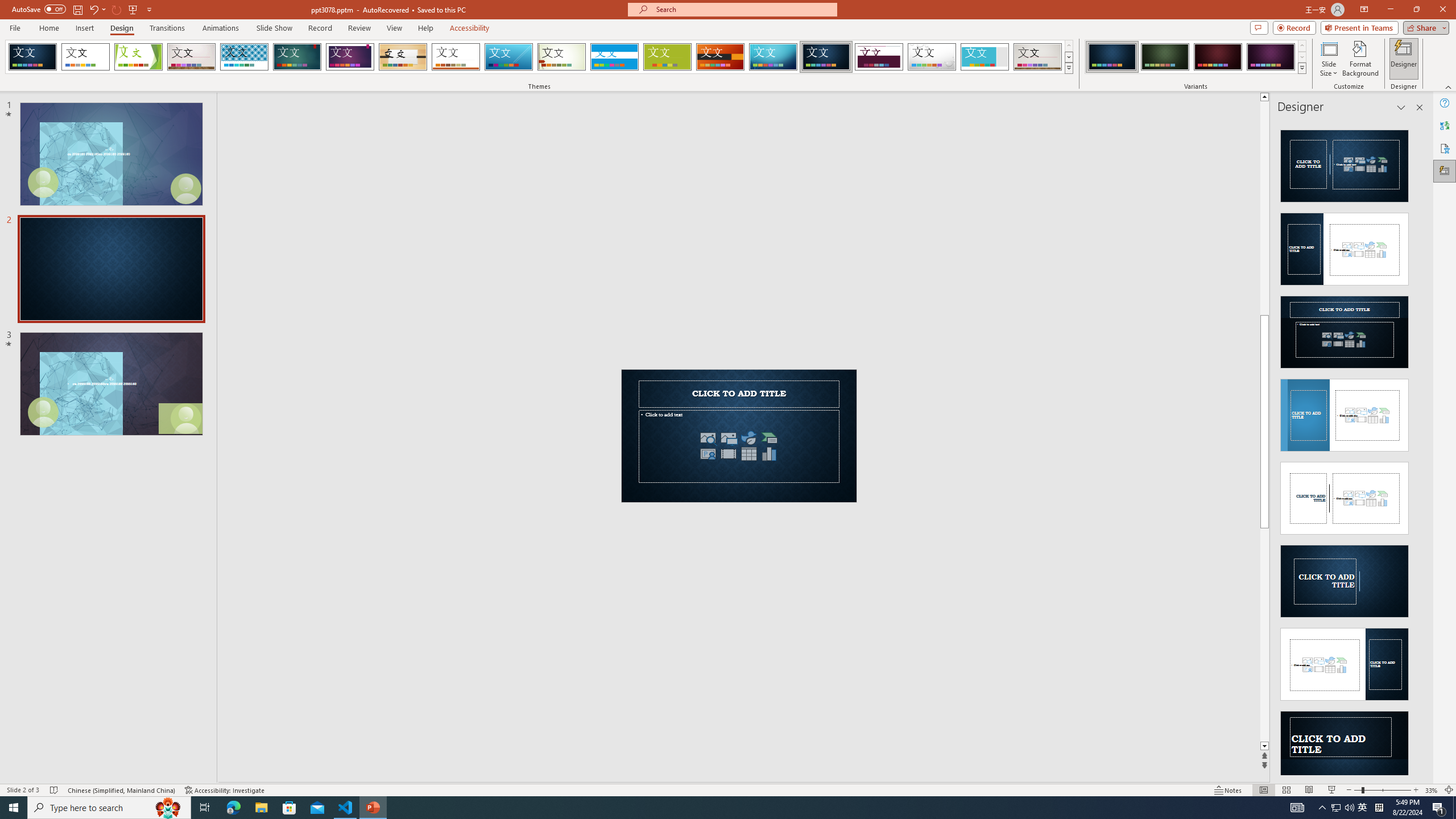 The image size is (1456, 819). What do you see at coordinates (244, 56) in the screenshot?
I see `'Integral'` at bounding box center [244, 56].